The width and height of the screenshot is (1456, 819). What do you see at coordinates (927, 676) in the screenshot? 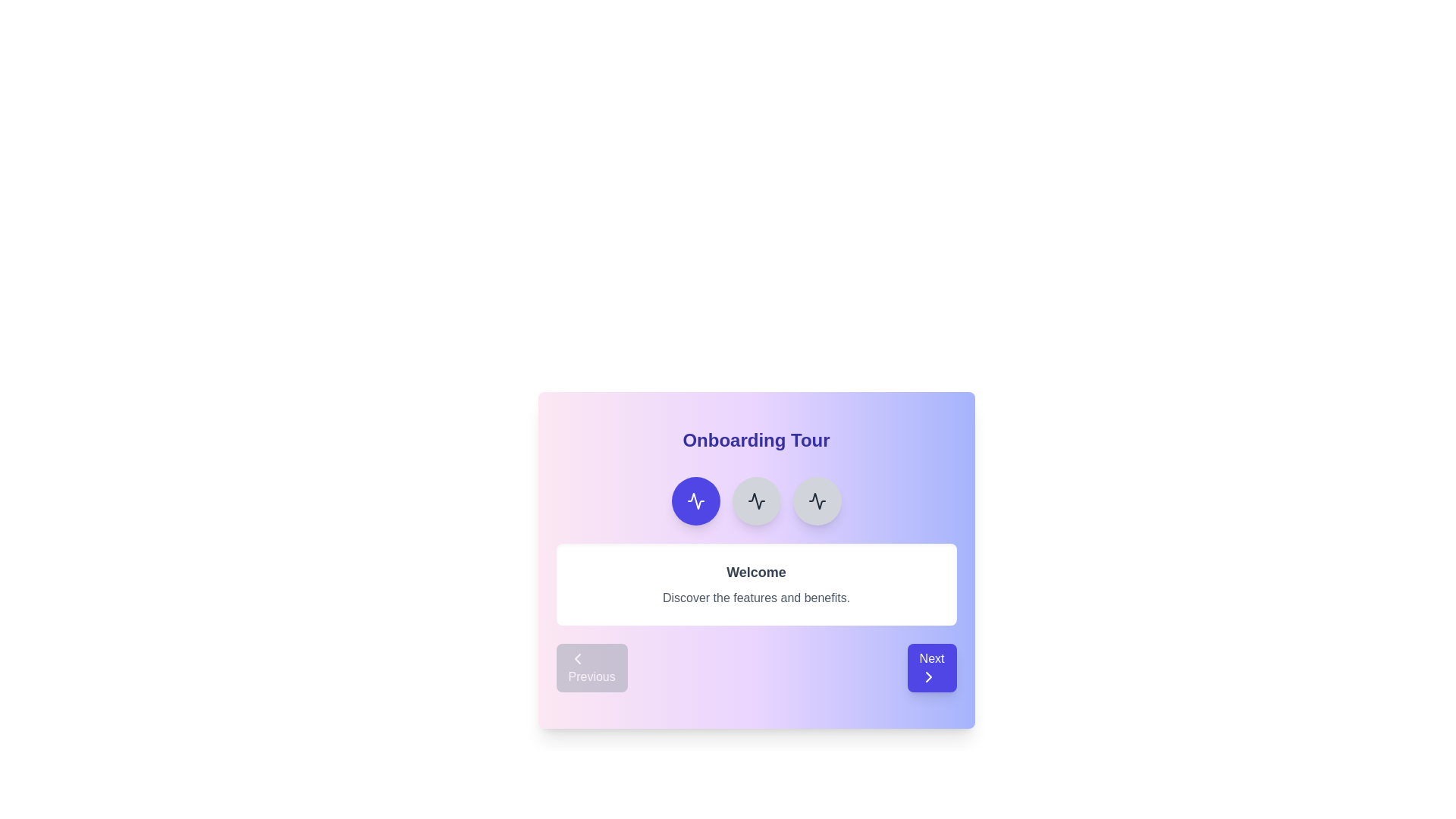
I see `the chevron arrow icon located at the center of the 'Next' button in the bottom right corner to proceed` at bounding box center [927, 676].